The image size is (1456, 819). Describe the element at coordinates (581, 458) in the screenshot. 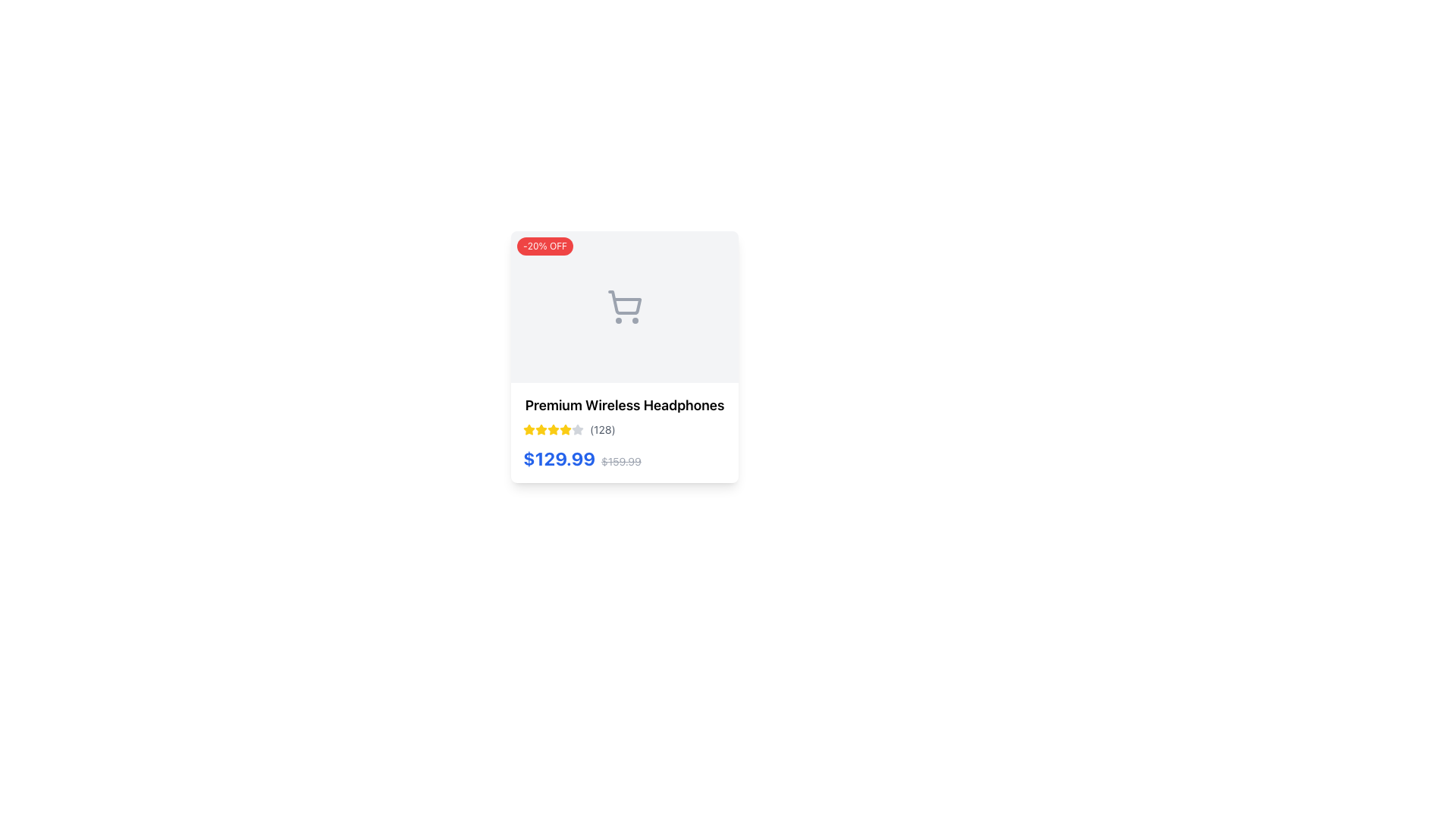

I see `the Price display section that shows the discounted price ($129.99) in bold blue font and the original price ($159.99) in strikethrough gray font, located at the bottom of the product card` at that location.